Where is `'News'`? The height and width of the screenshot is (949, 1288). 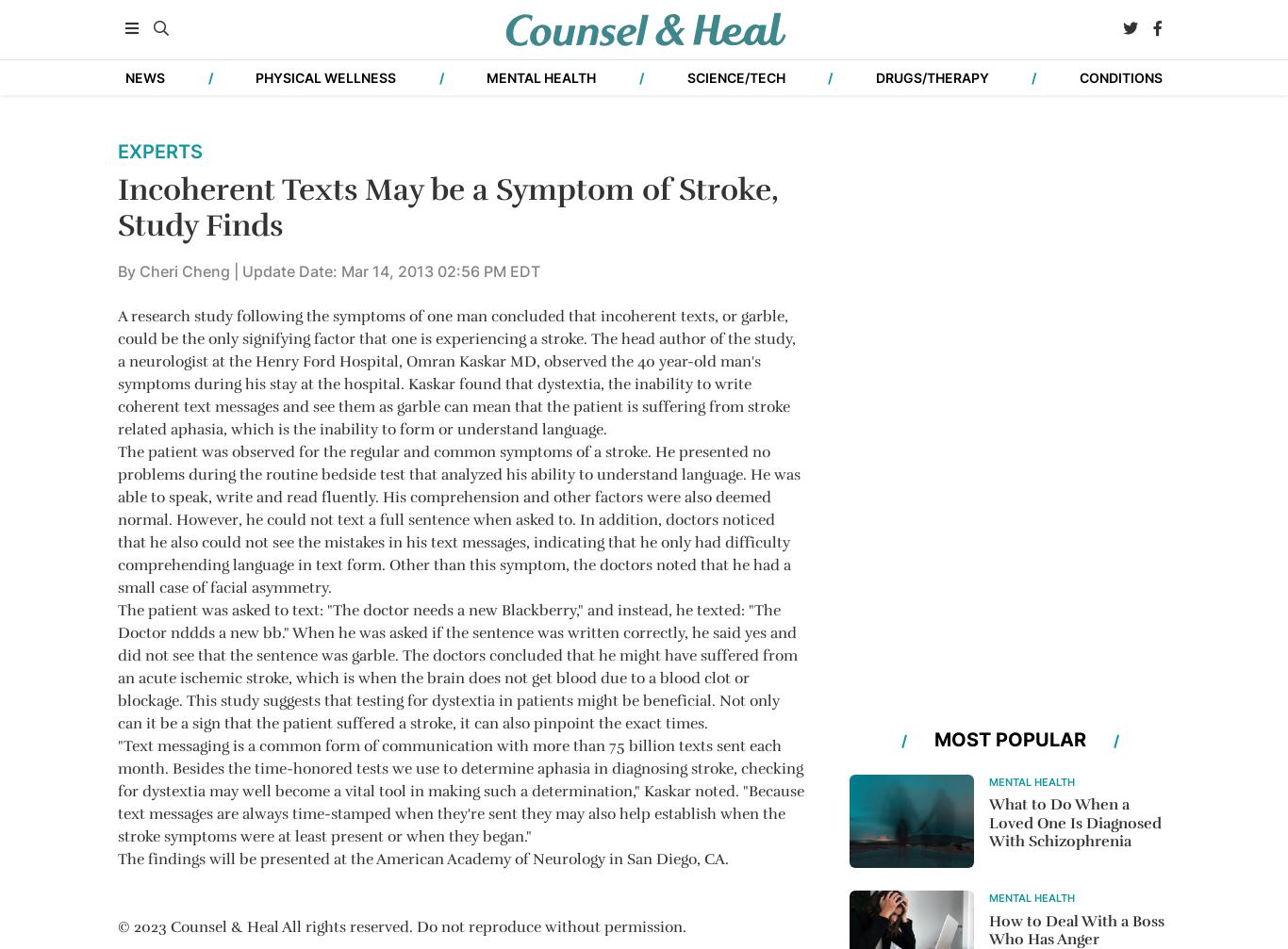 'News' is located at coordinates (420, 832).